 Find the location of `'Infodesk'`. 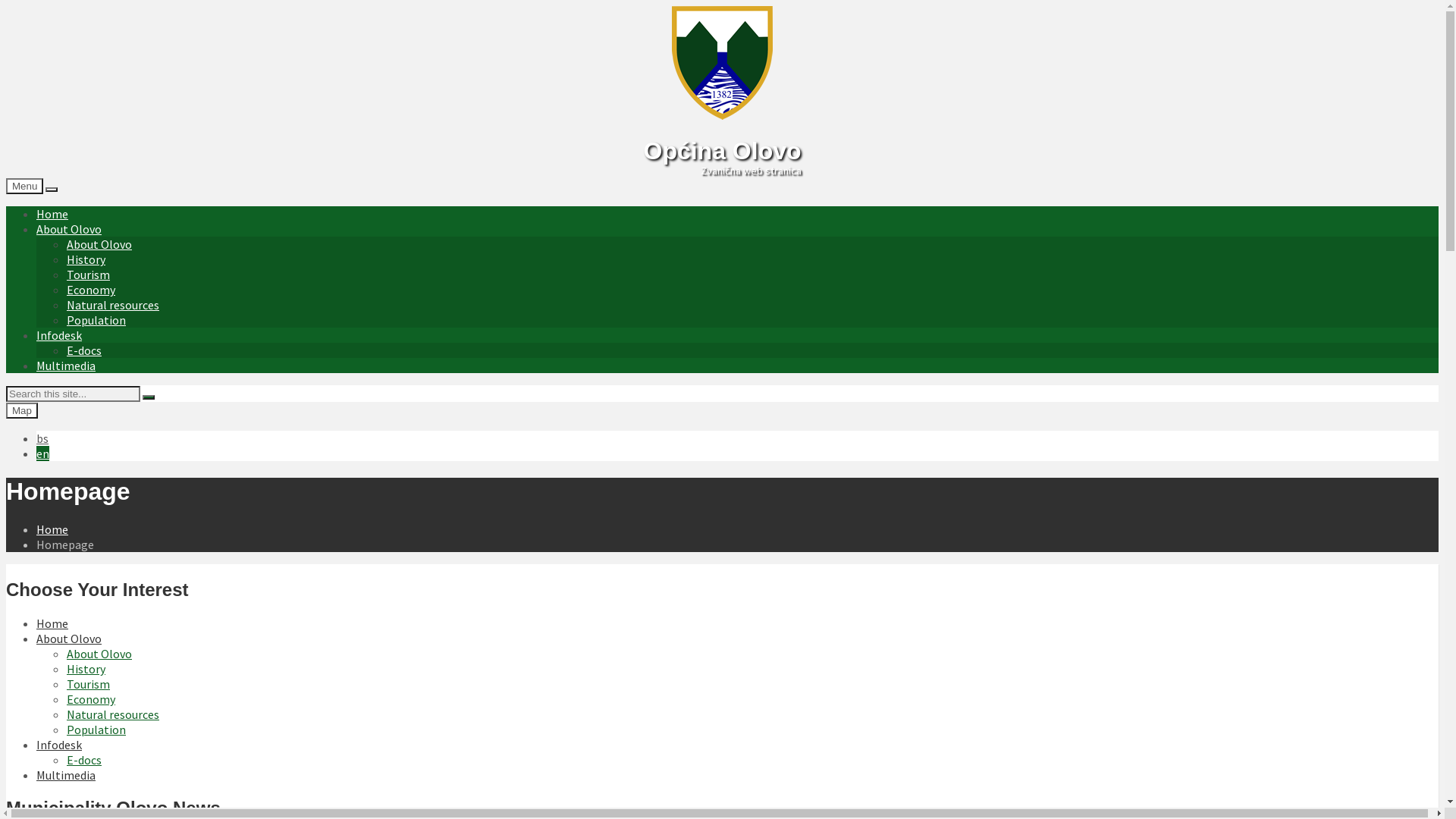

'Infodesk' is located at coordinates (58, 334).